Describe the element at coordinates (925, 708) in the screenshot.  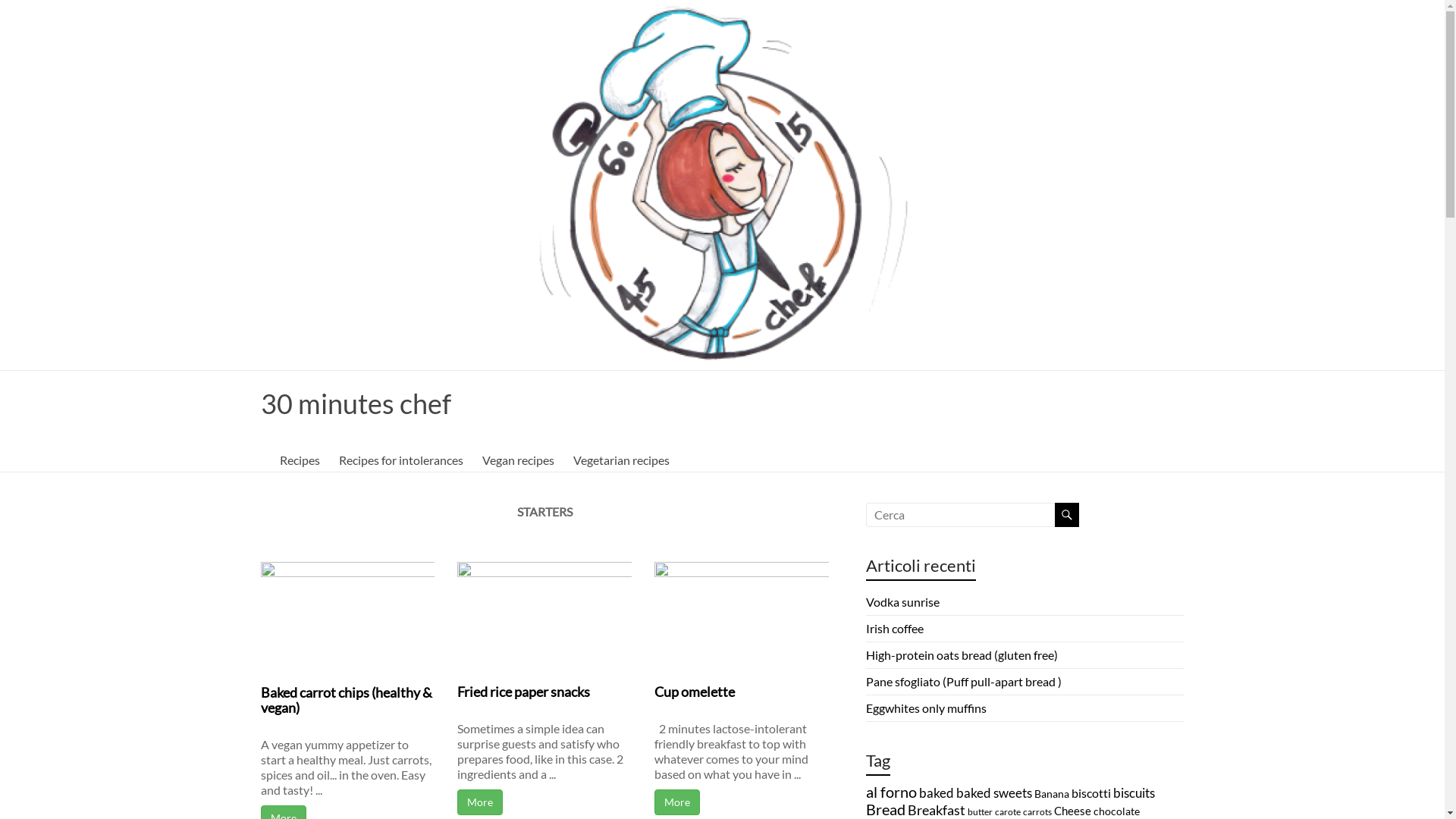
I see `'Eggwhites only muffins'` at that location.